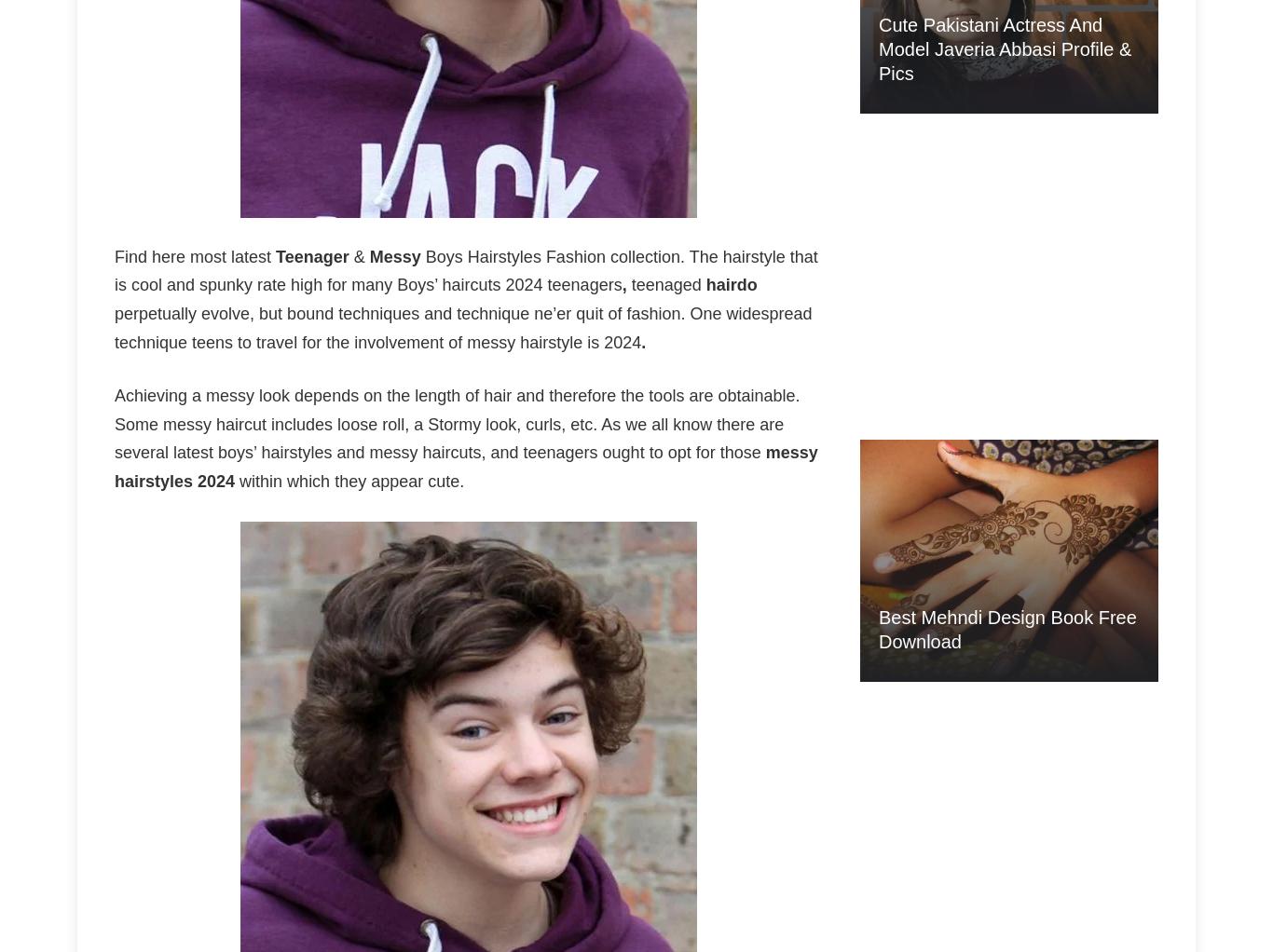 Image resolution: width=1273 pixels, height=952 pixels. Describe the element at coordinates (1006, 628) in the screenshot. I see `'Best Mehndi Design Book Free Download'` at that location.